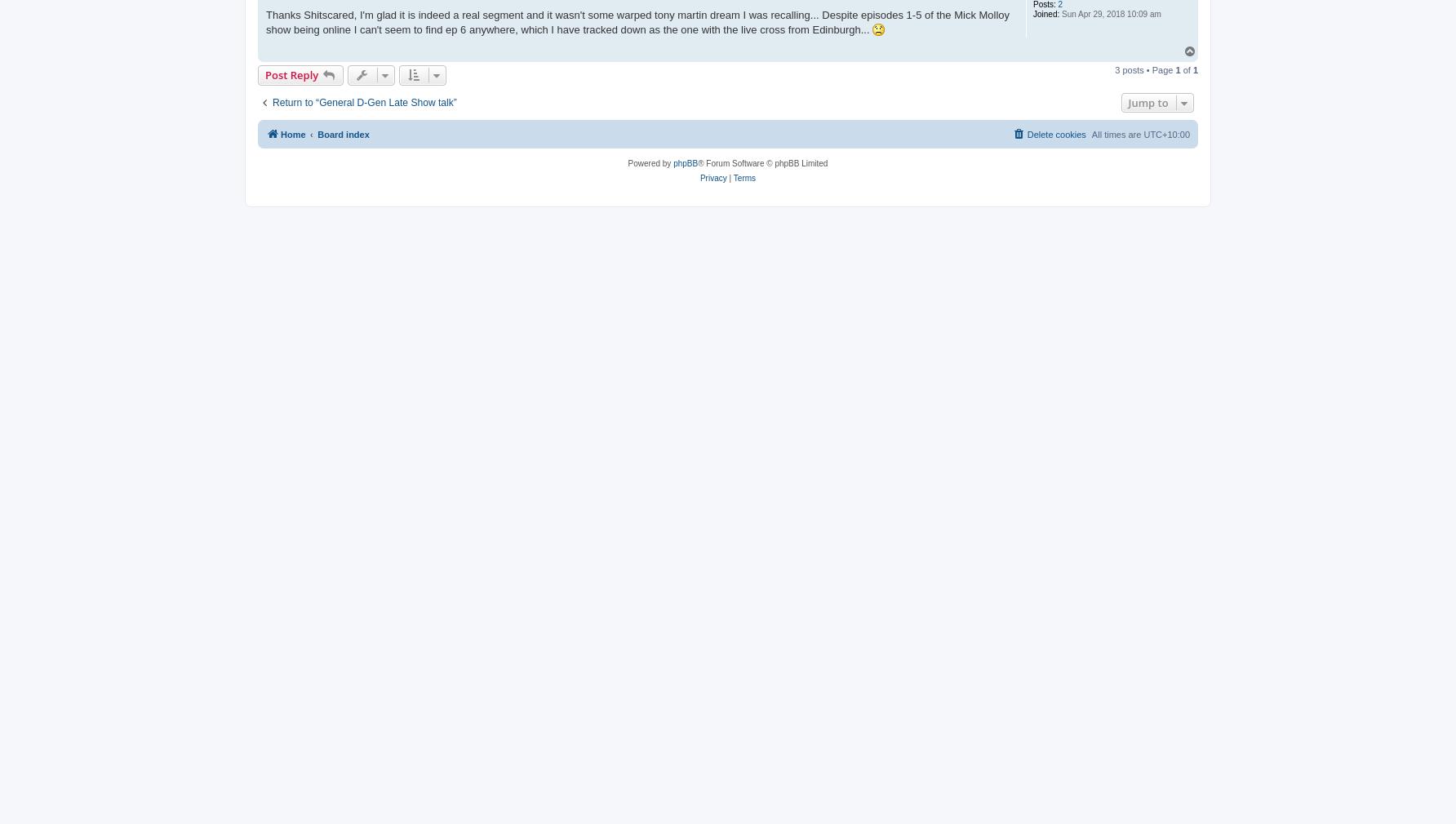  Describe the element at coordinates (1147, 101) in the screenshot. I see `'Jump to'` at that location.